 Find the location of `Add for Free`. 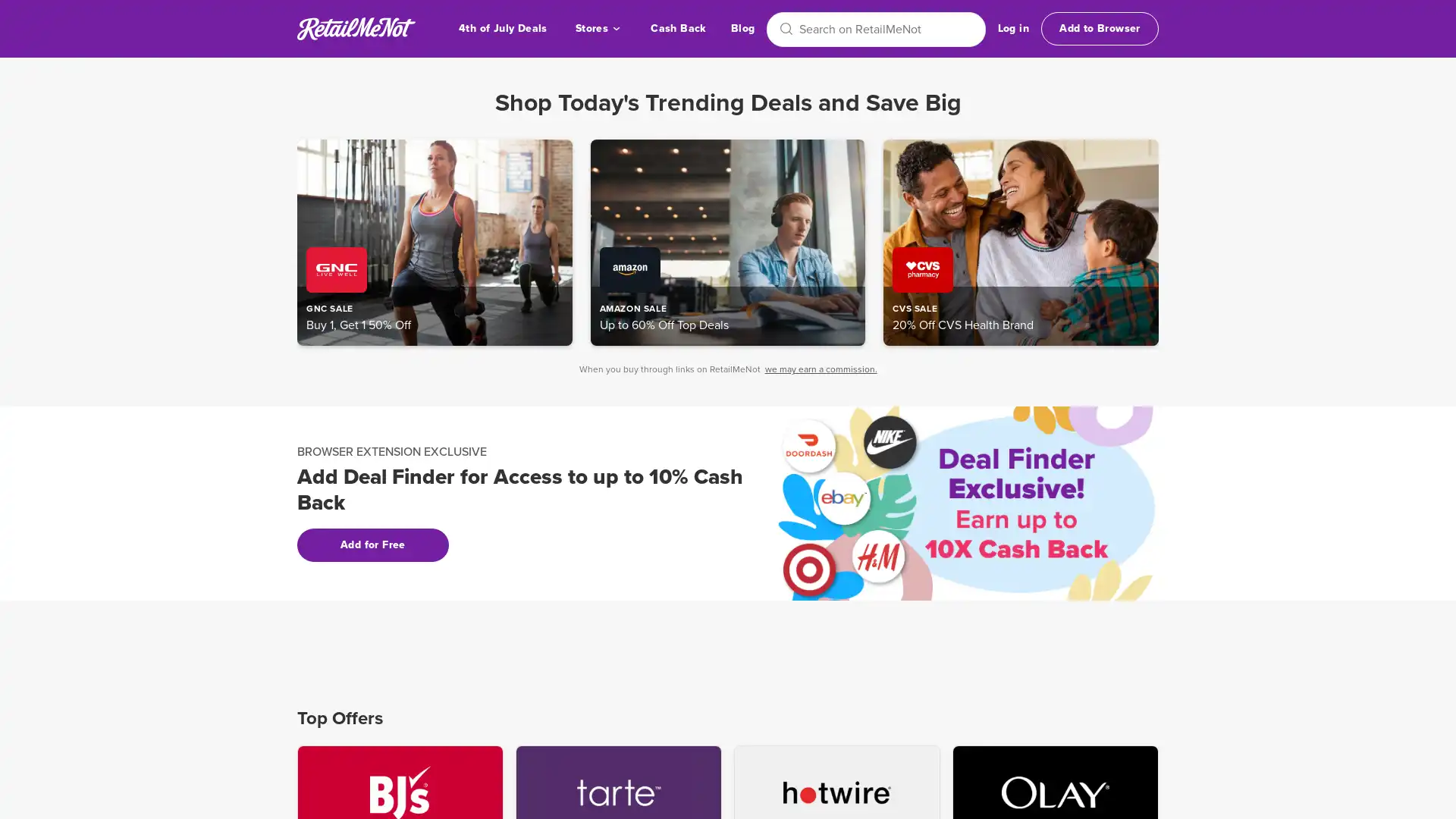

Add for Free is located at coordinates (372, 543).